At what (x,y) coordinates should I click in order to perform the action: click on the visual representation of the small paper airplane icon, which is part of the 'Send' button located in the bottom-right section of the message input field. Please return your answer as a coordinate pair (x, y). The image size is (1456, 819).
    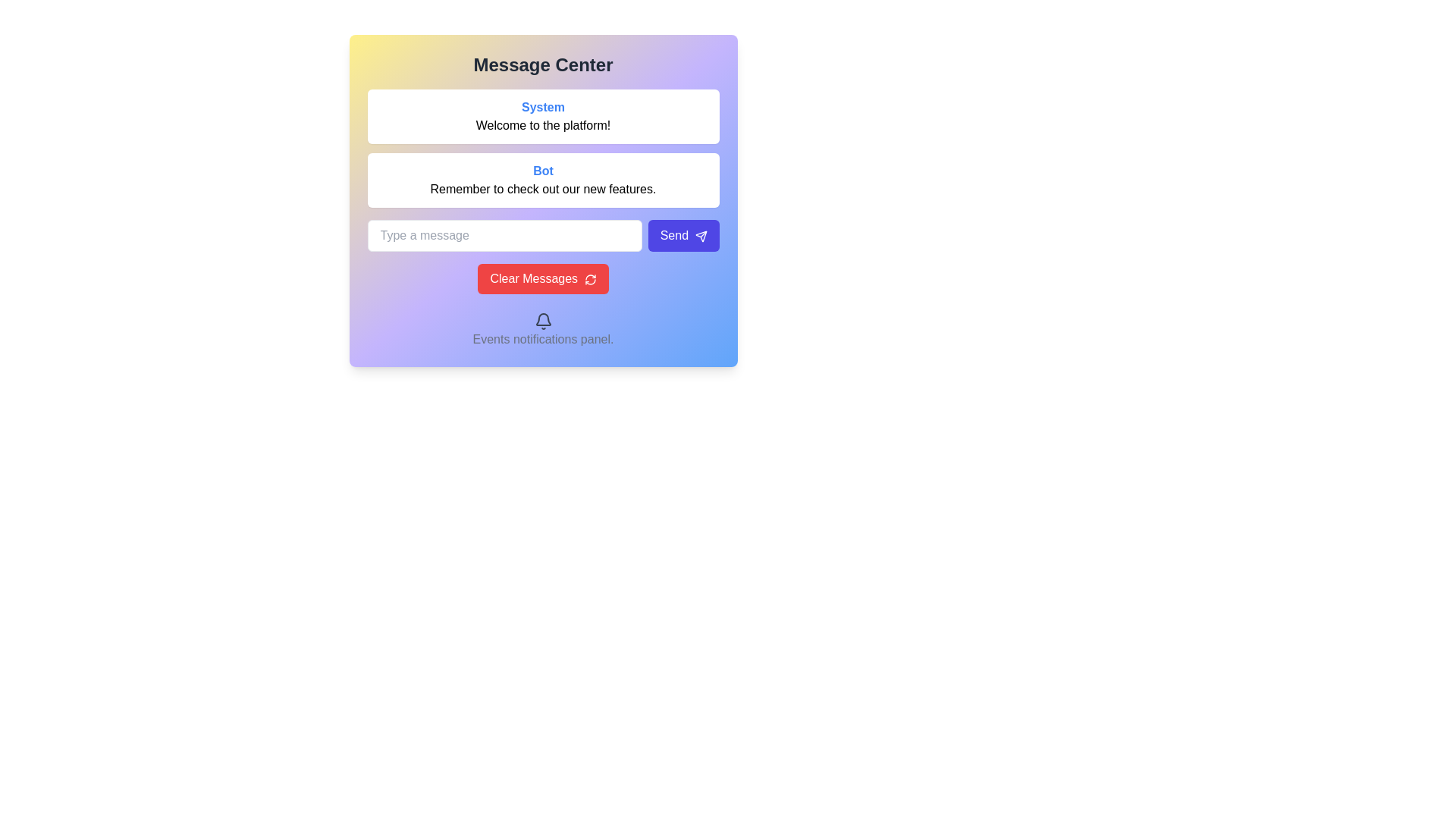
    Looking at the image, I should click on (700, 236).